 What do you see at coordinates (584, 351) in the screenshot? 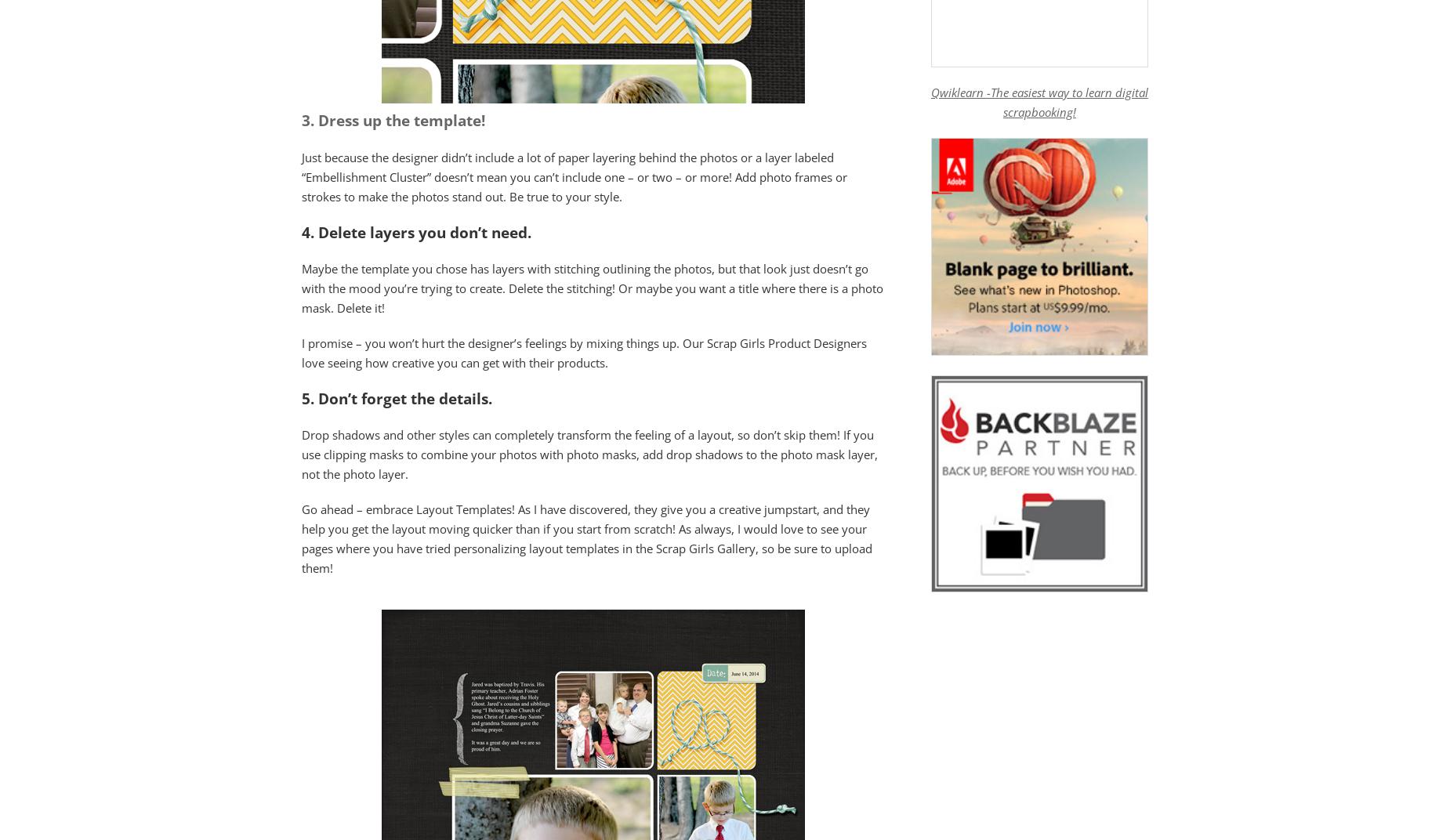
I see `'I promise – you won’t hurt the designer’s feelings by mixing things up. Our Scrap Girls Product Designers love seeing how creative you can get with their products.'` at bounding box center [584, 351].